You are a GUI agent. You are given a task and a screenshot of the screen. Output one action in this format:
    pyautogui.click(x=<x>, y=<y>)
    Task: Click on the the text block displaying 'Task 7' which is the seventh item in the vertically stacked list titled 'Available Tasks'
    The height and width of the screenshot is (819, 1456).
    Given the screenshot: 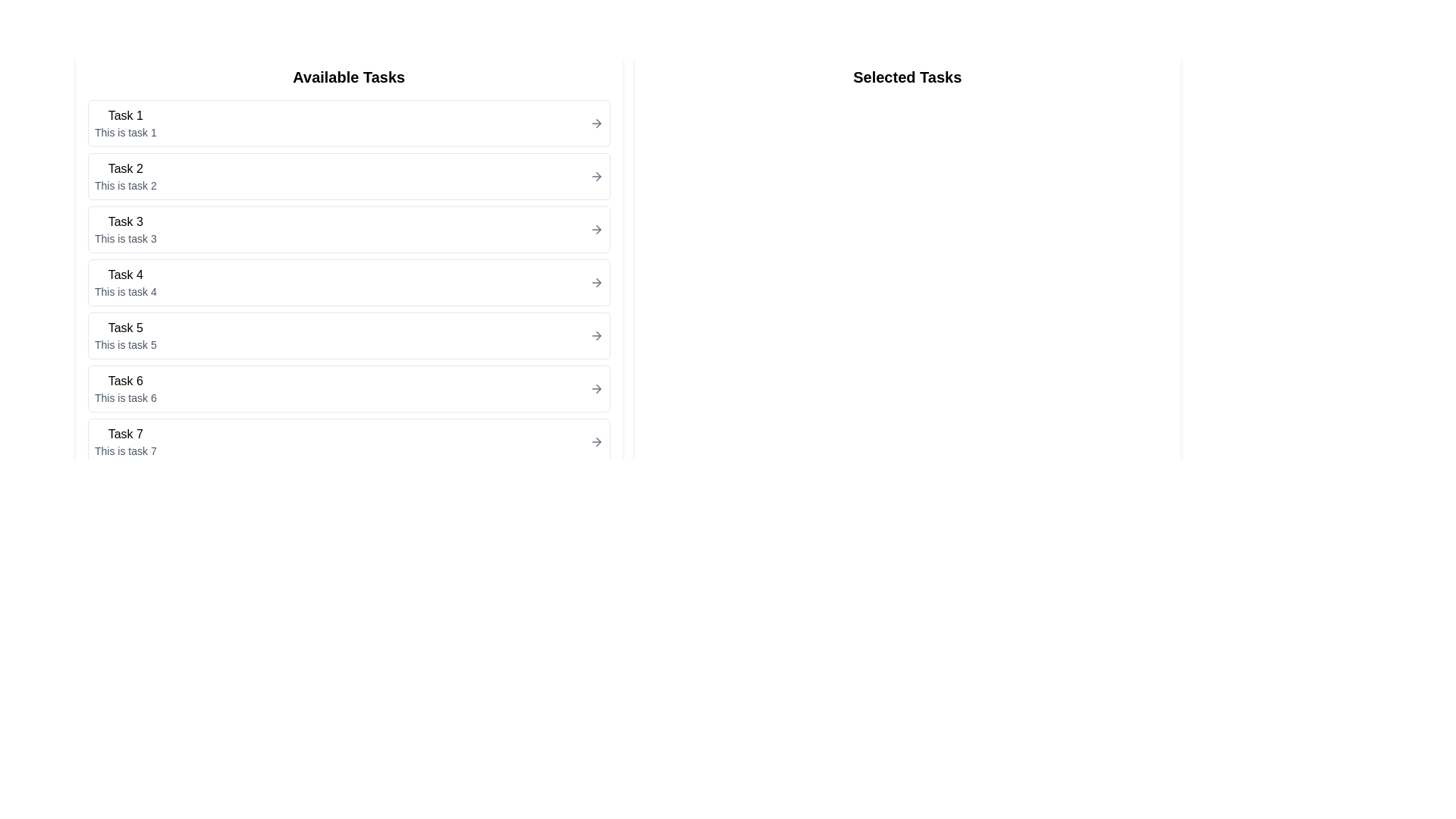 What is the action you would take?
    pyautogui.click(x=125, y=441)
    